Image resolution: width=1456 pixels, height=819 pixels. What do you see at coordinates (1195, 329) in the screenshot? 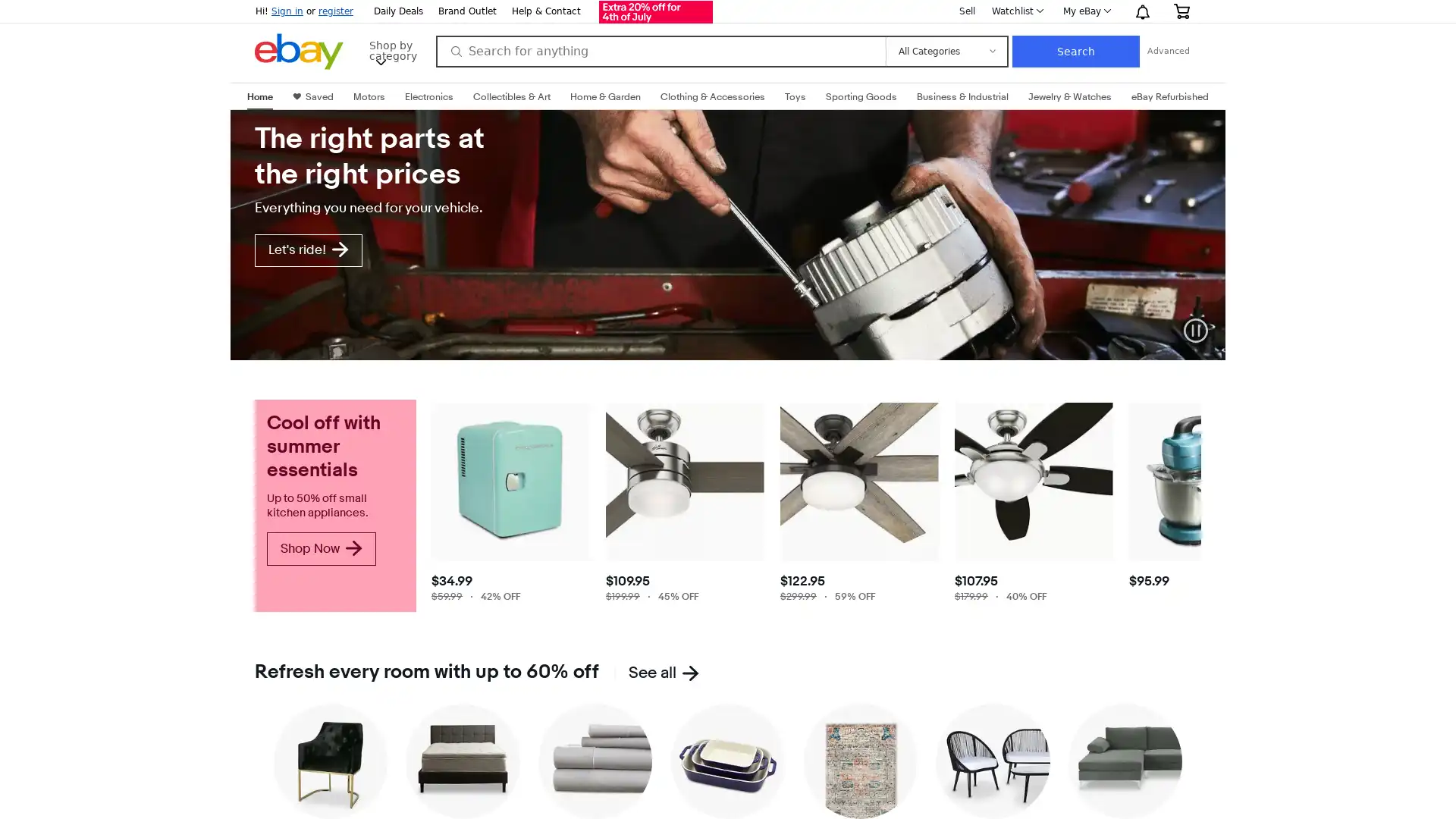
I see `Pause Banner Carousel` at bounding box center [1195, 329].